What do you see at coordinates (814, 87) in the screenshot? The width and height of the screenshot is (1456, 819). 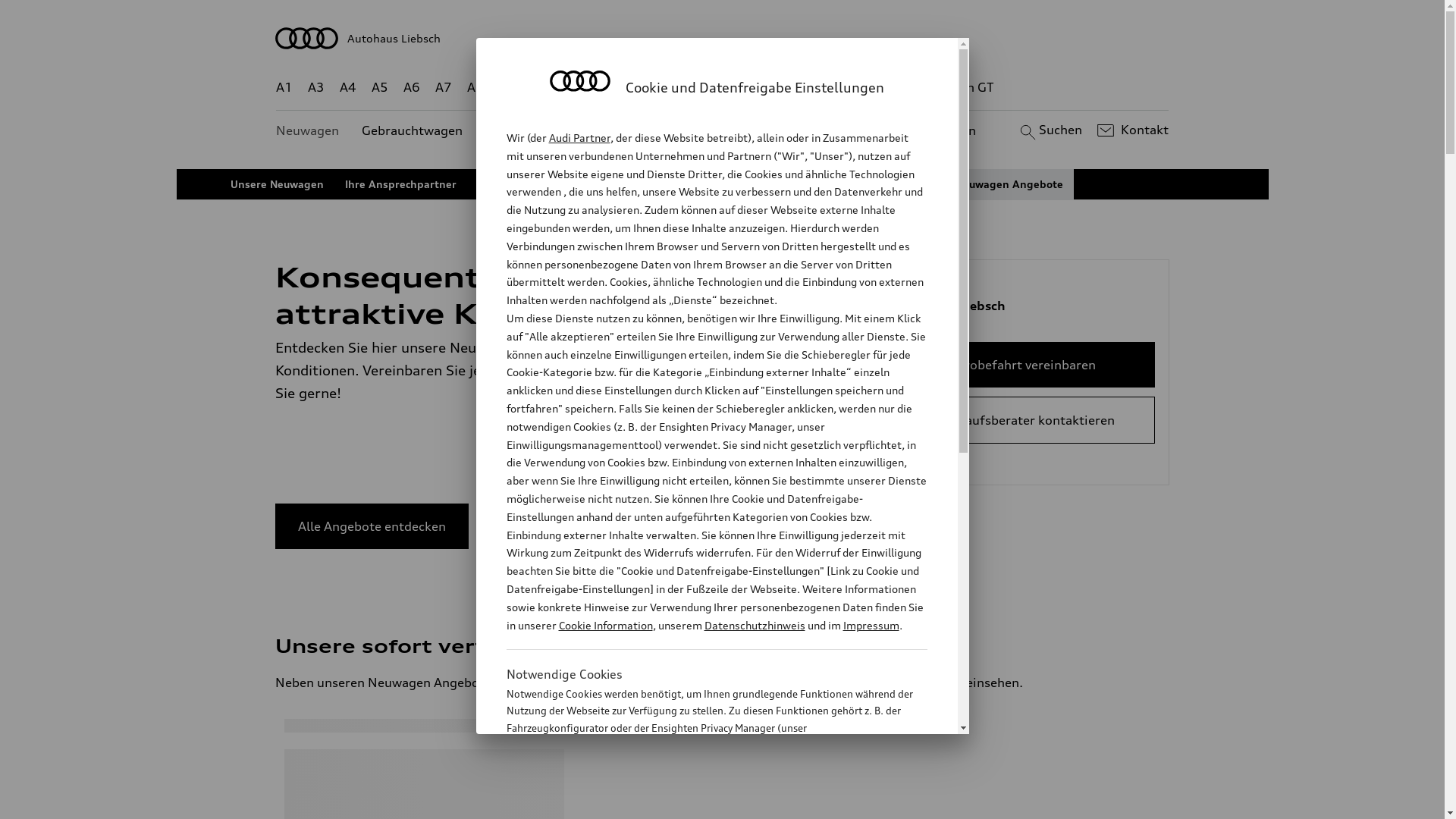 I see `'TT'` at bounding box center [814, 87].